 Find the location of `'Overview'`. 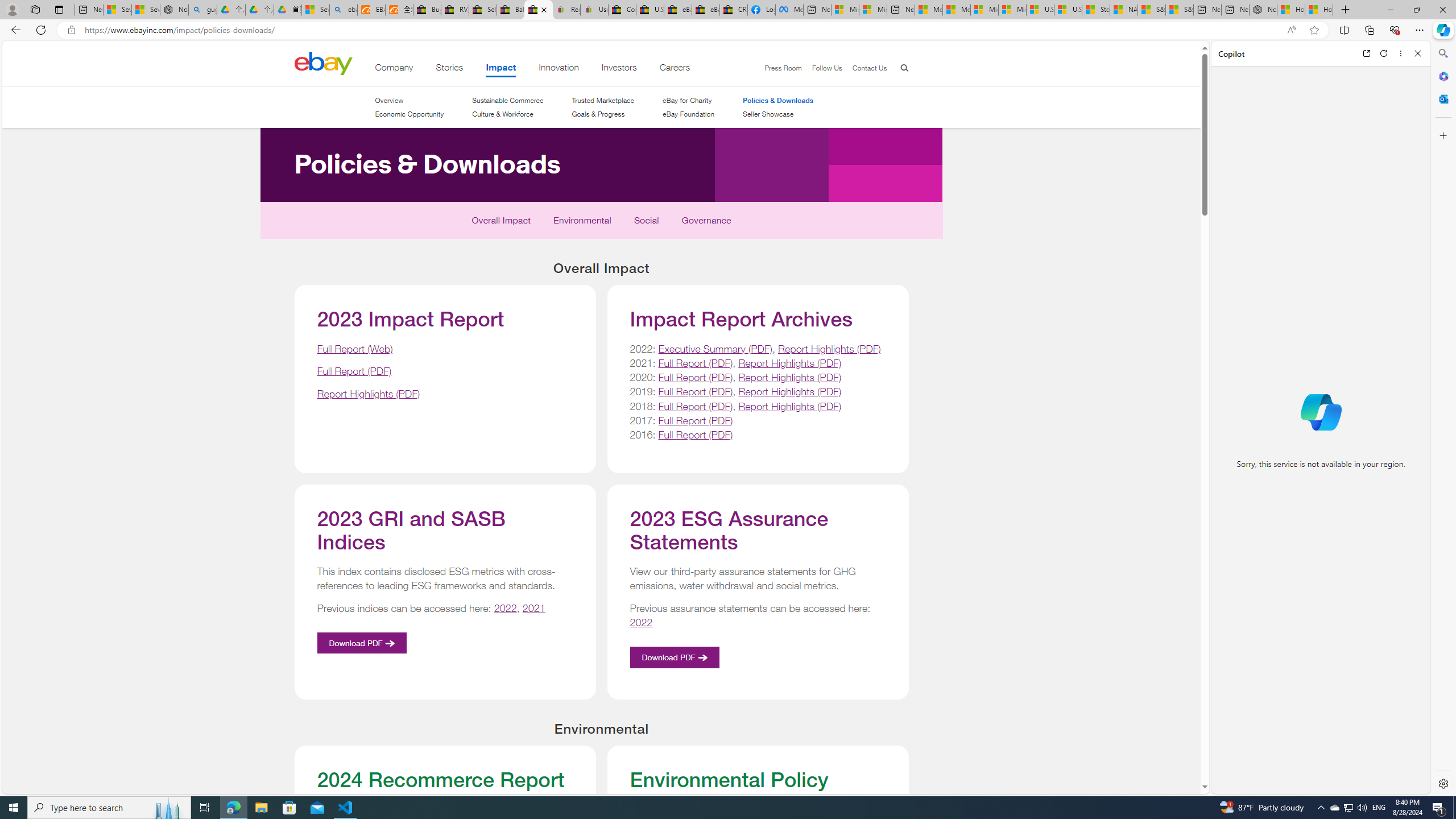

'Overview' is located at coordinates (388, 100).